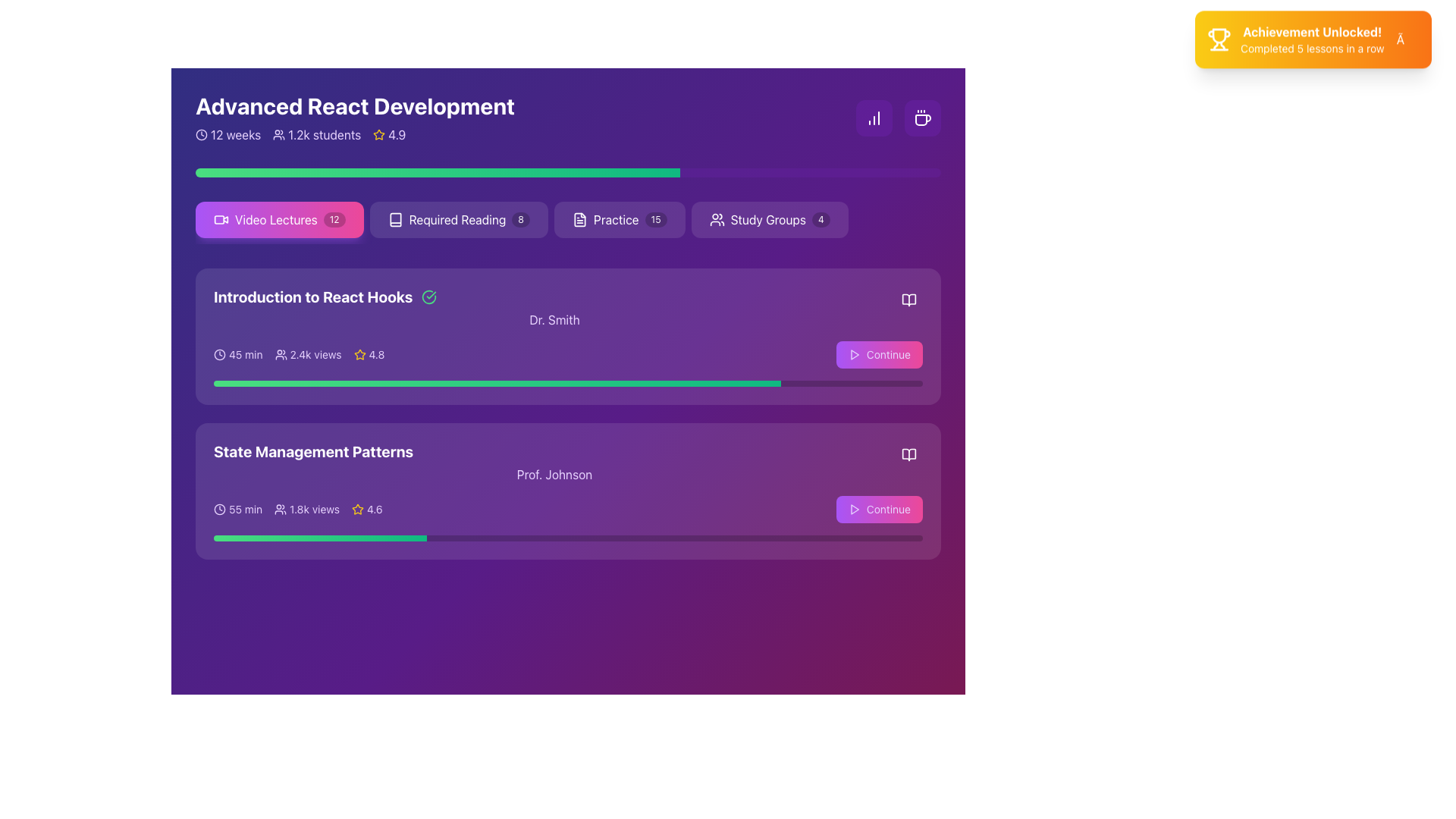 This screenshot has height=819, width=1456. I want to click on the 'Advanced React Development' text block, which features a bold title and course details below it, located just below the purple header bar, so click(354, 117).